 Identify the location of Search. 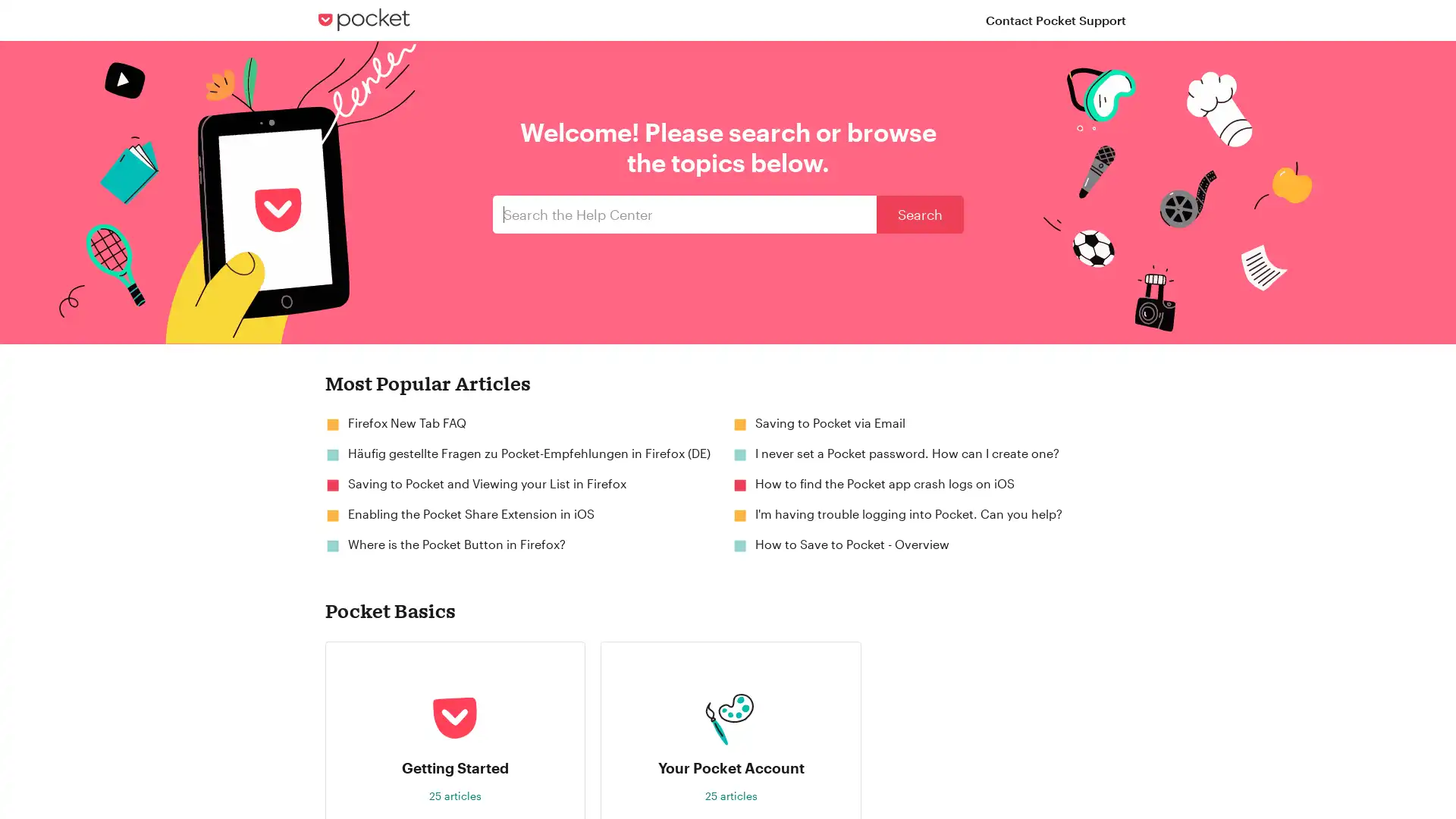
(919, 214).